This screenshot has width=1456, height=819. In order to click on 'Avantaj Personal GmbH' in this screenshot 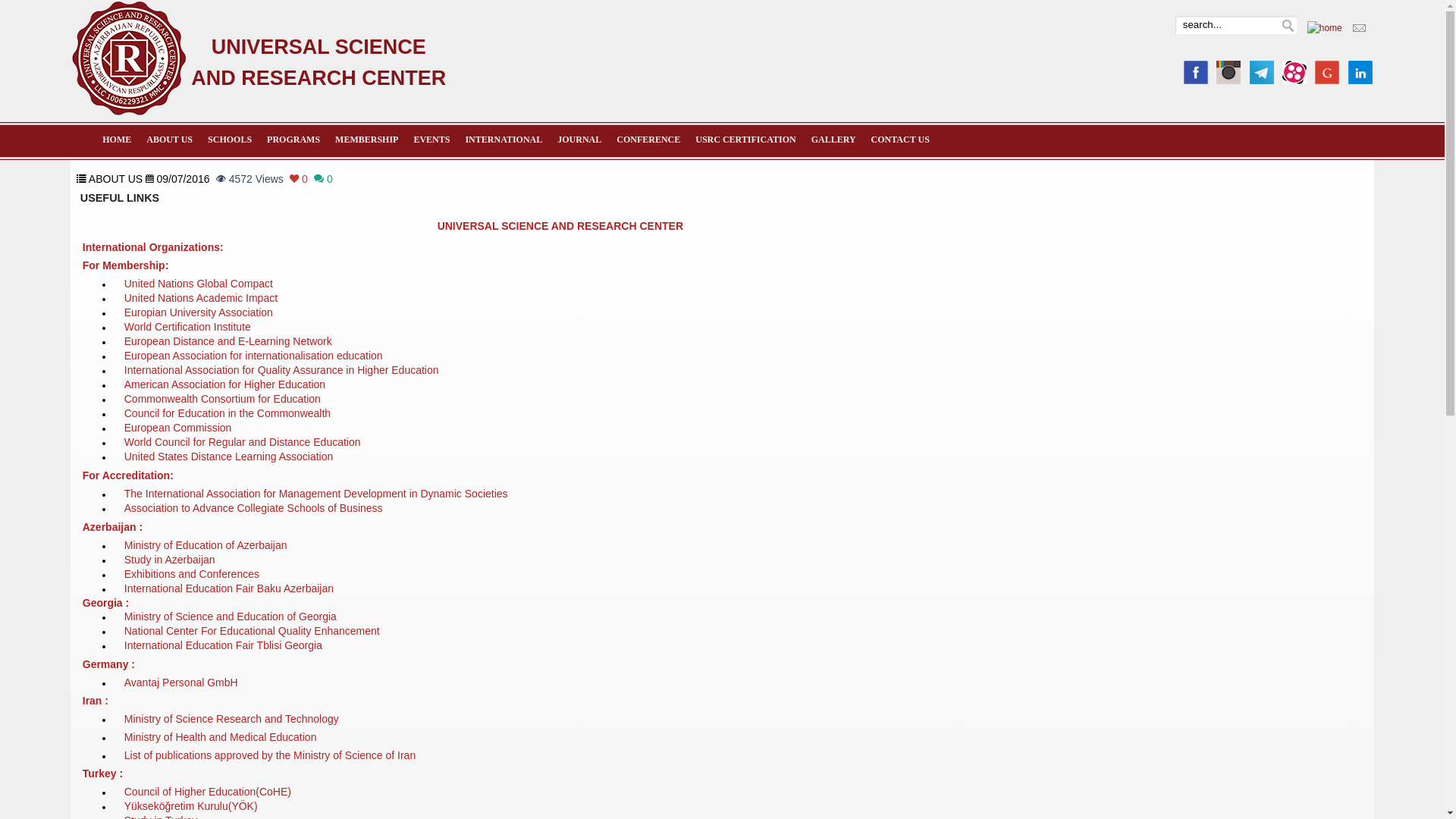, I will do `click(181, 683)`.